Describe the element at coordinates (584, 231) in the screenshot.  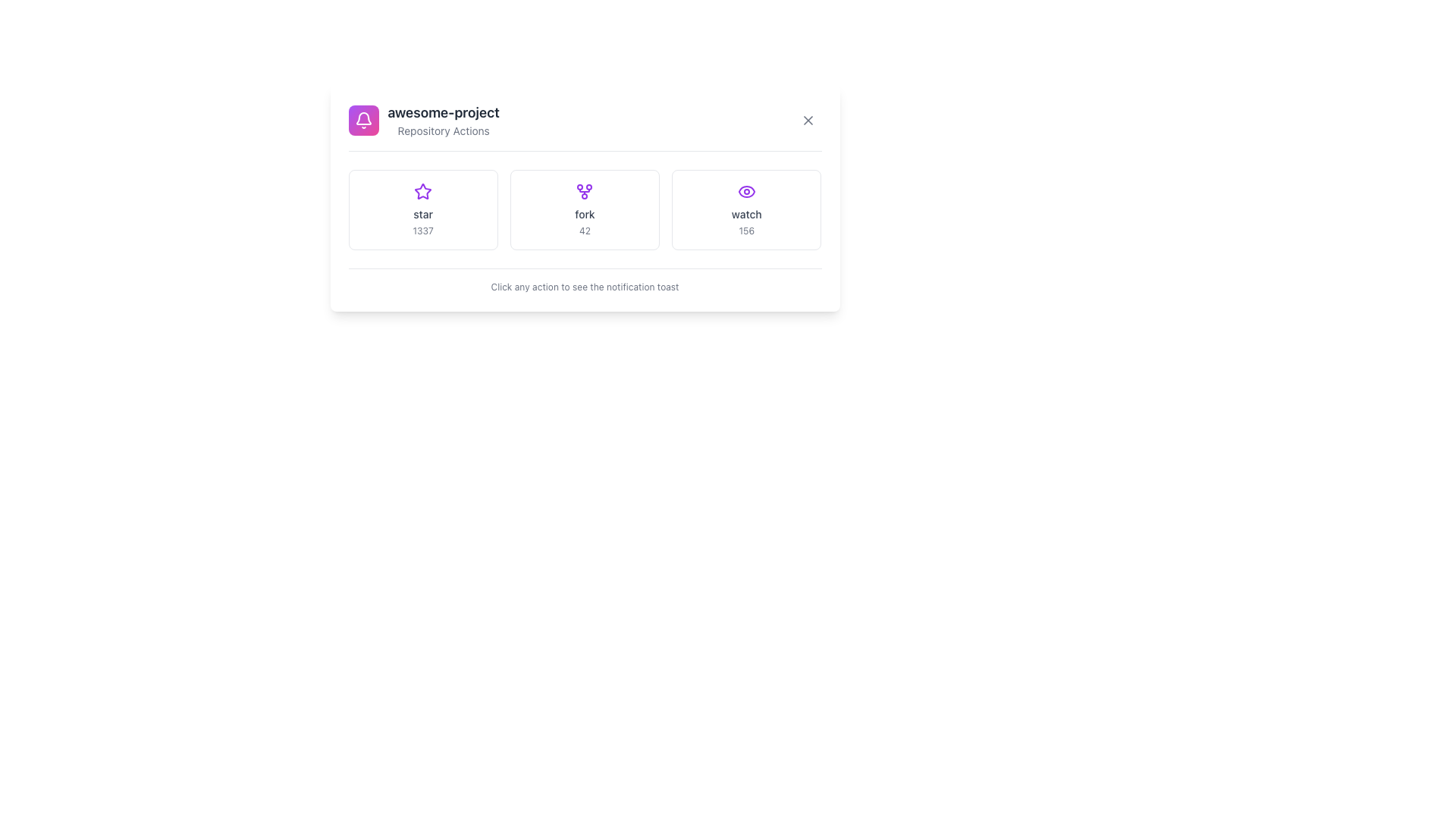
I see `the text label that represents the count of times the related item has been 'forked', located in the third panel from the left, directly below the text 'fork'` at that location.